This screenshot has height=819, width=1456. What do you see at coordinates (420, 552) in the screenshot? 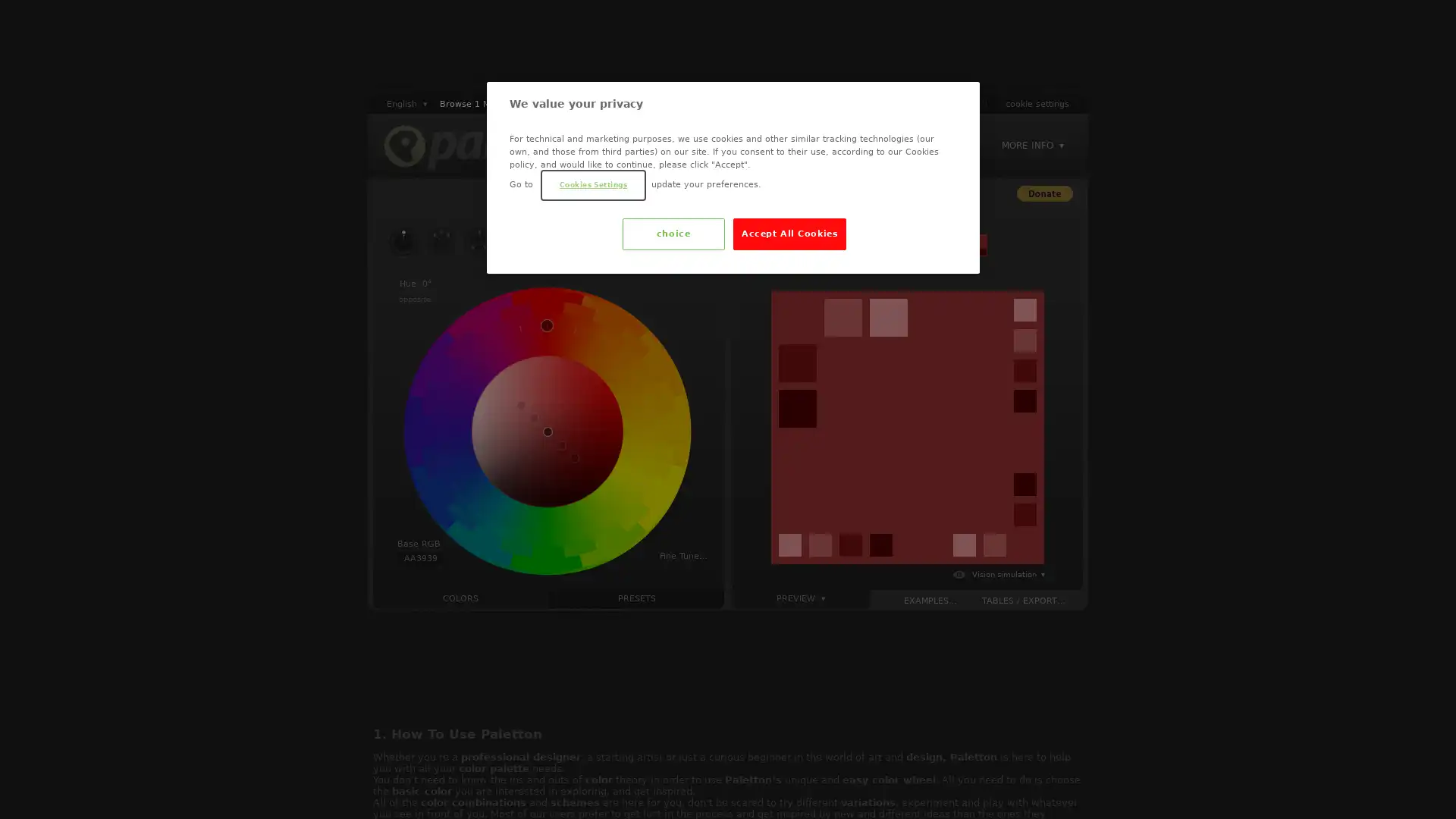
I see `Base RGB: AA3939` at bounding box center [420, 552].